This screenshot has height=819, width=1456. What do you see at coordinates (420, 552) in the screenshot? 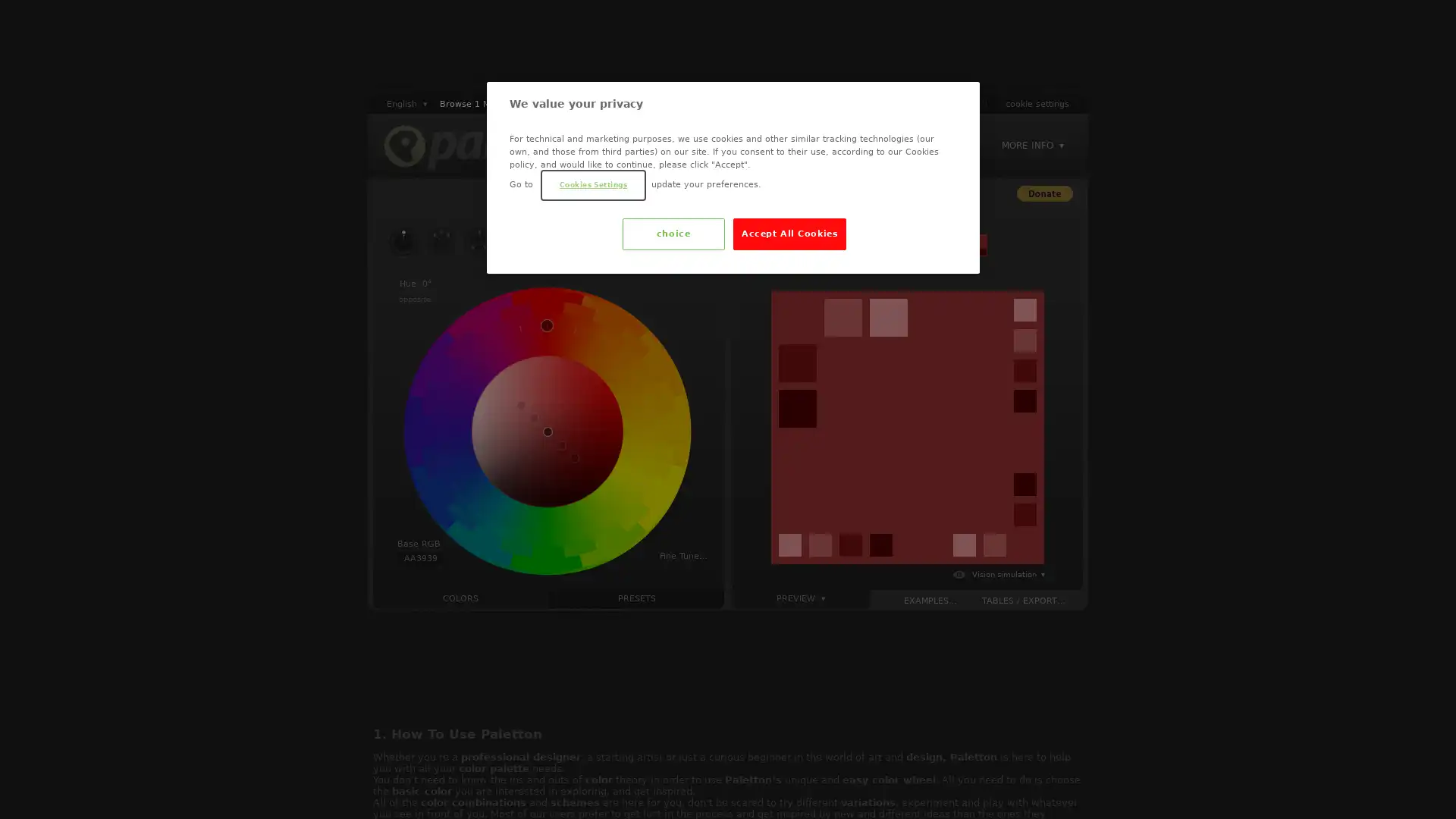
I see `Base RGB: AA3939` at bounding box center [420, 552].